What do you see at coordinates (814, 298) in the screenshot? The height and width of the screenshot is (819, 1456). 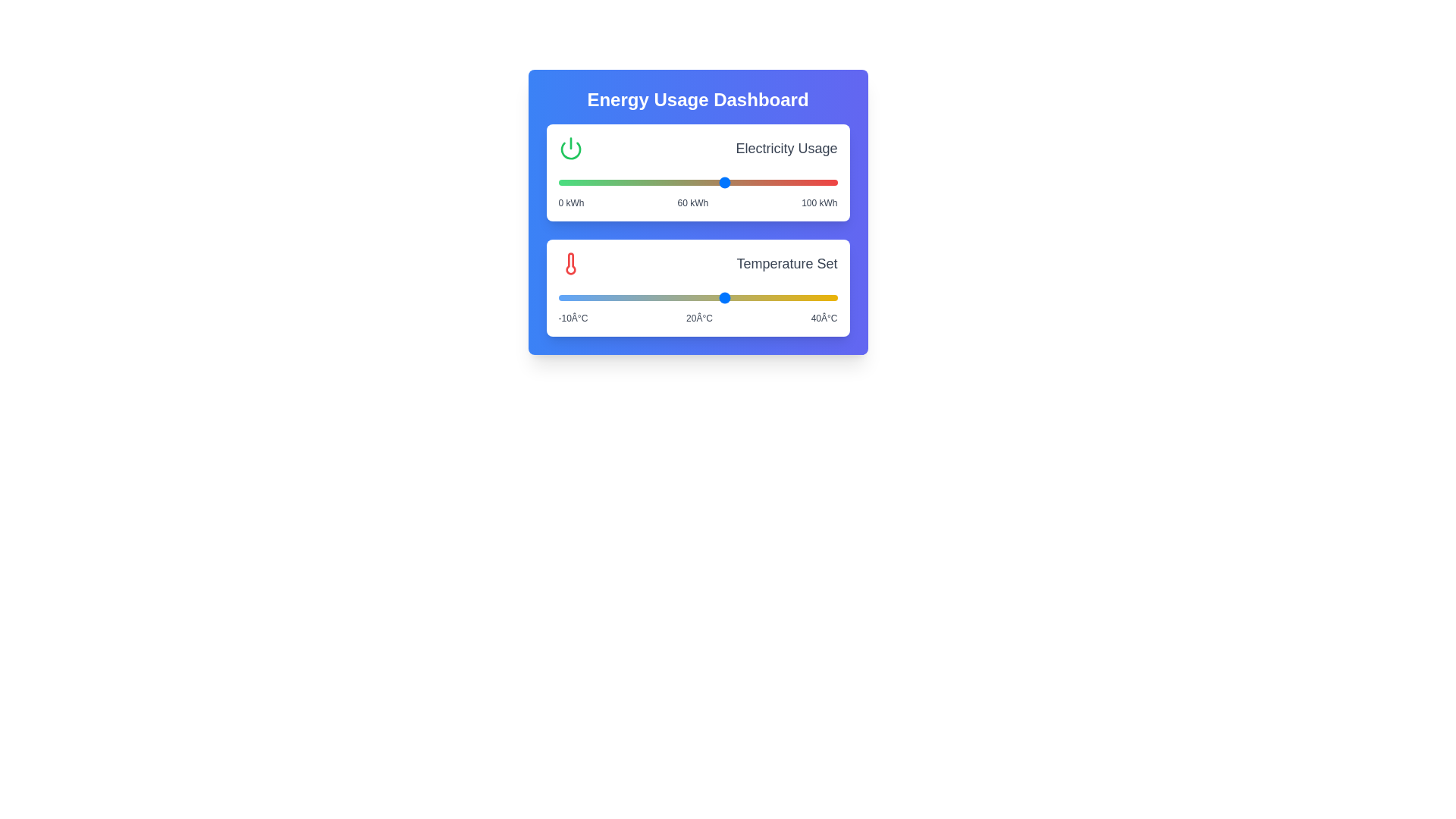 I see `the temperature slider to 36°C` at bounding box center [814, 298].